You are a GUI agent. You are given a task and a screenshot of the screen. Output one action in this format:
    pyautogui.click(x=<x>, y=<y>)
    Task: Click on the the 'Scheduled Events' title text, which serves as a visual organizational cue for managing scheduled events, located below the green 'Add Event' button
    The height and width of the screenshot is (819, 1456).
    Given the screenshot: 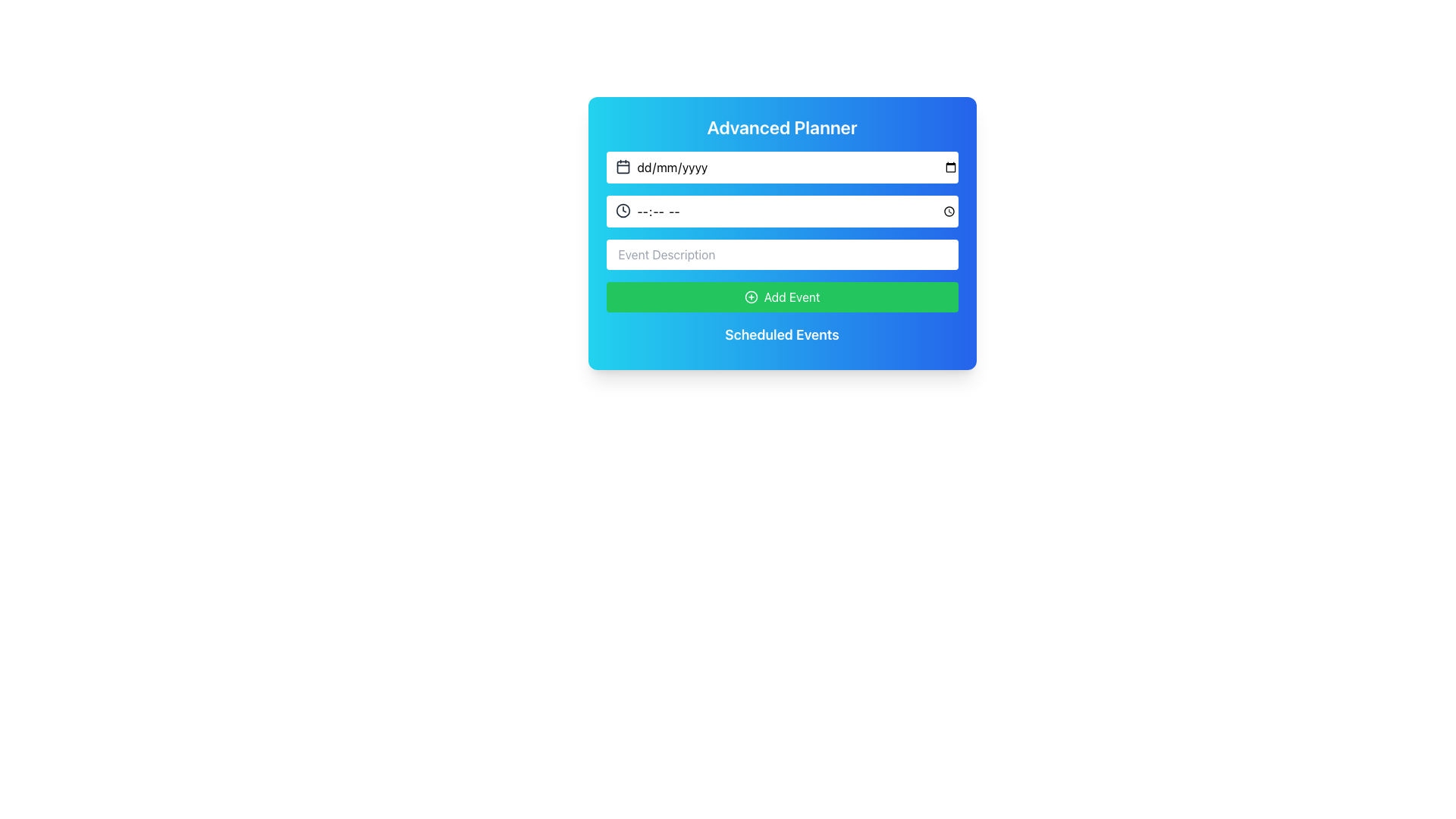 What is the action you would take?
    pyautogui.click(x=782, y=334)
    